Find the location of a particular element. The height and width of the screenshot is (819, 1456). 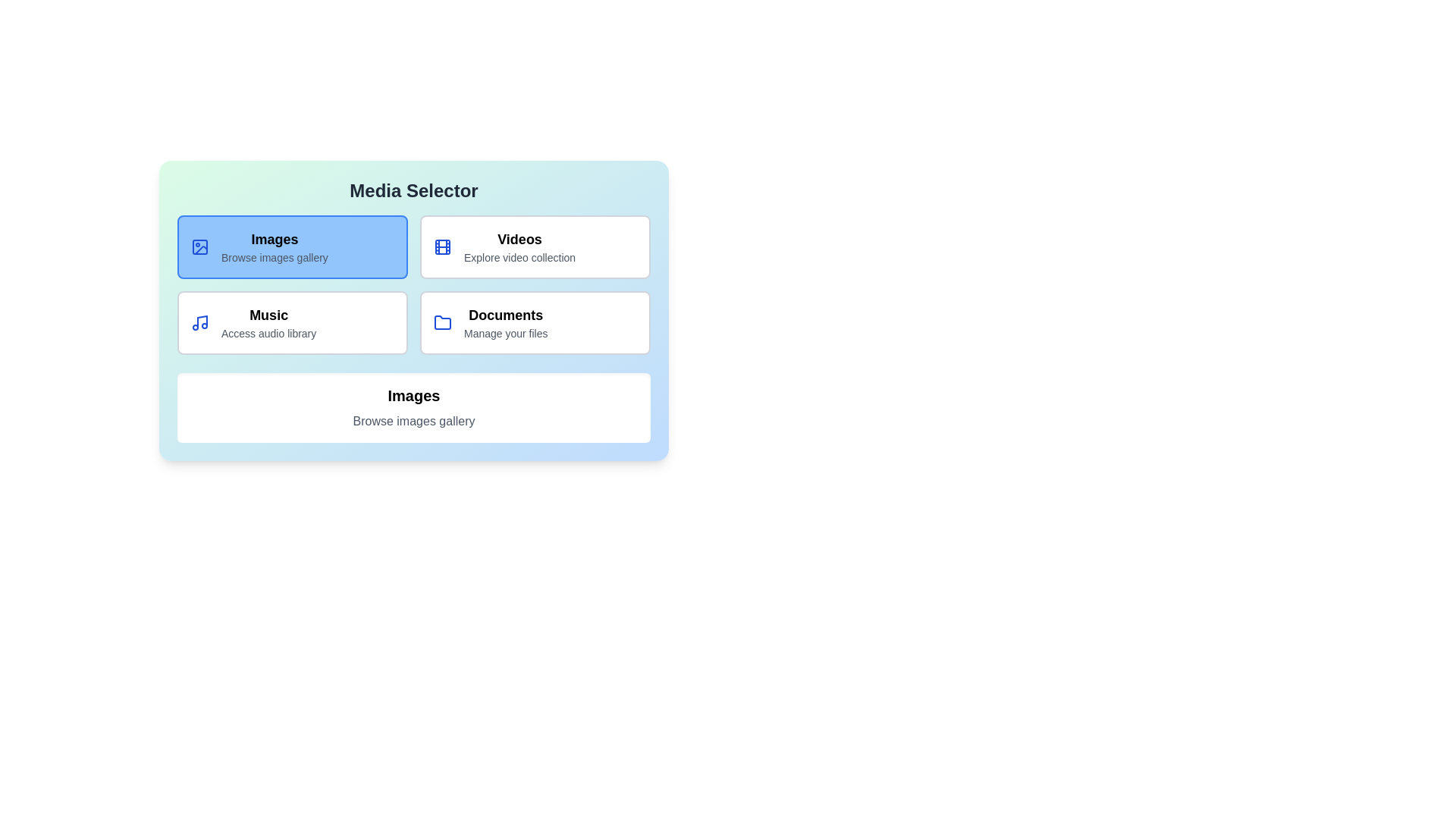

the media type Documents to view its description is located at coordinates (535, 322).